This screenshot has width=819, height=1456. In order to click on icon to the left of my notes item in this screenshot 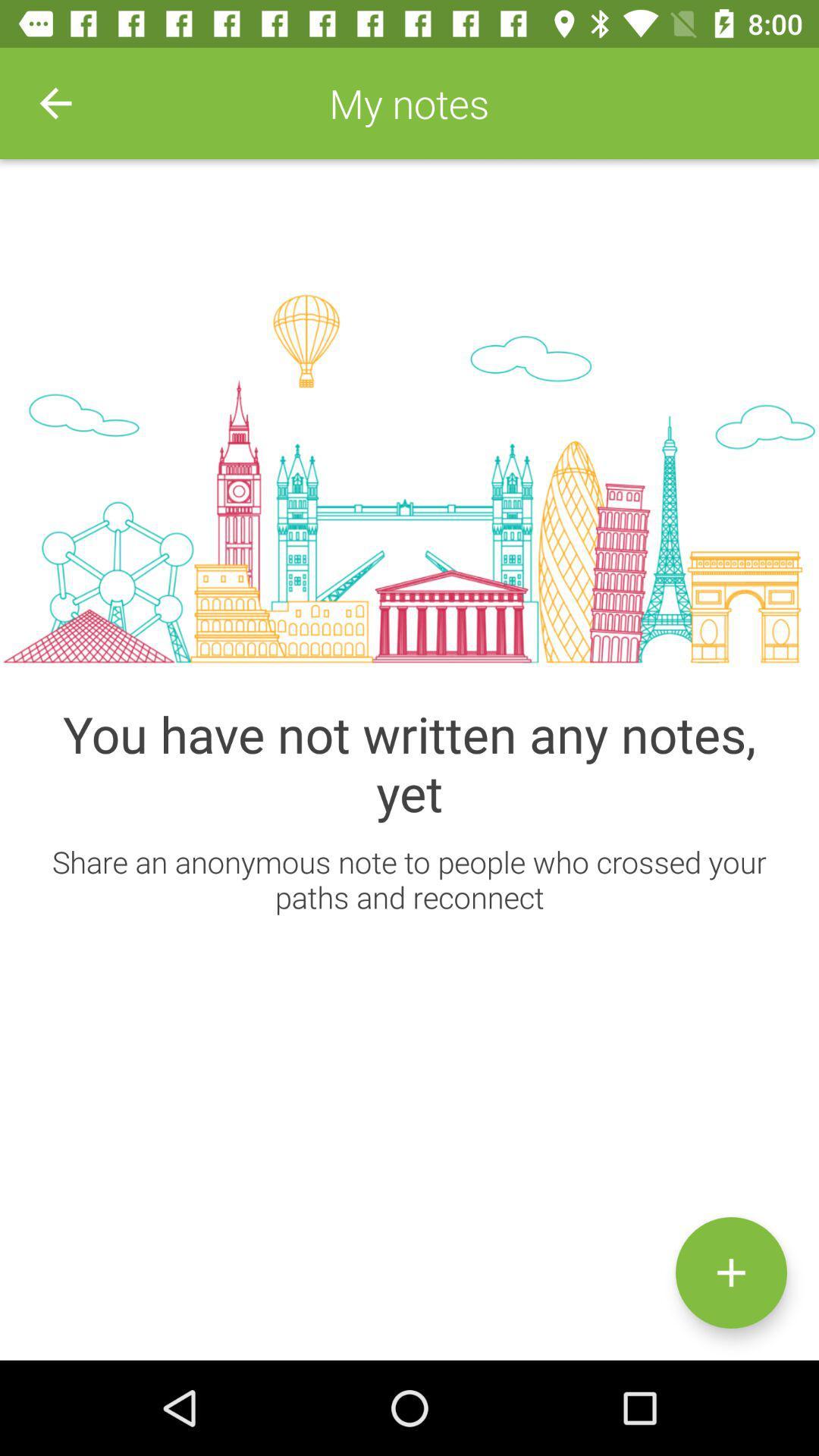, I will do `click(55, 102)`.